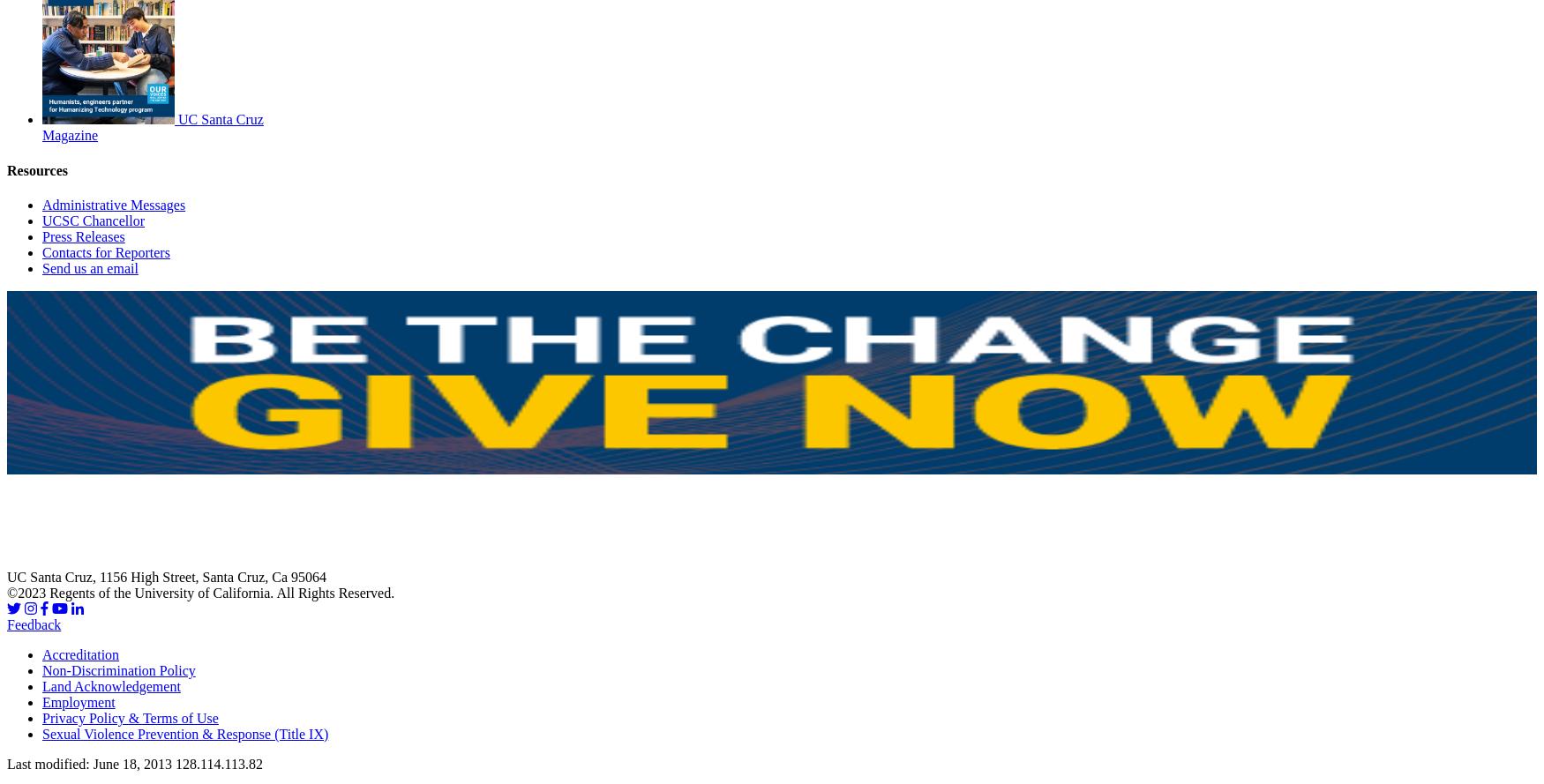  I want to click on 'UC Santa Cruz, 1156 High Street, Santa Cruz, Ca 95064', so click(167, 577).